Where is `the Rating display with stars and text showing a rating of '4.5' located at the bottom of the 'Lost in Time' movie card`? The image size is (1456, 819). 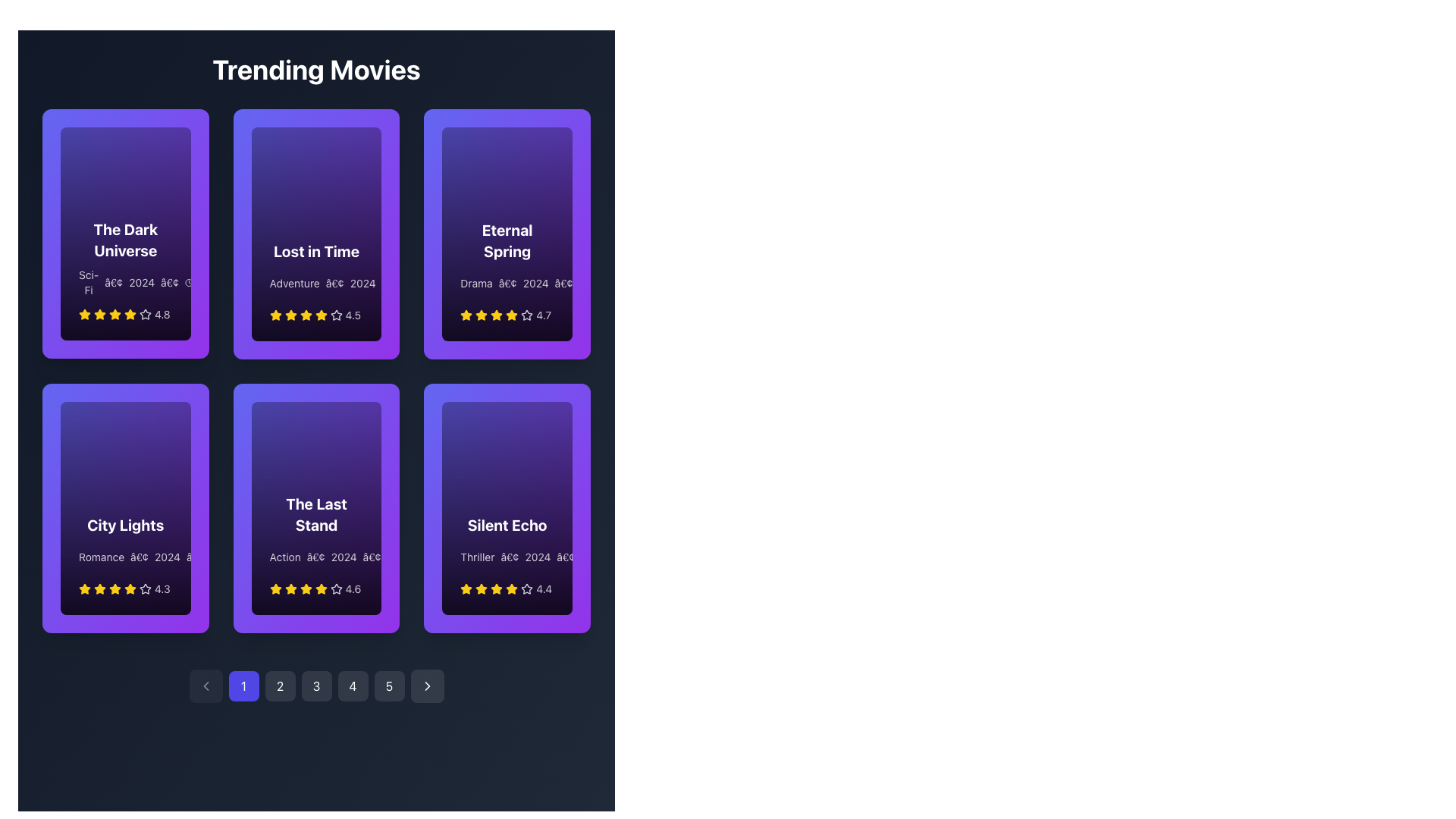
the Rating display with stars and text showing a rating of '4.5' located at the bottom of the 'Lost in Time' movie card is located at coordinates (315, 314).